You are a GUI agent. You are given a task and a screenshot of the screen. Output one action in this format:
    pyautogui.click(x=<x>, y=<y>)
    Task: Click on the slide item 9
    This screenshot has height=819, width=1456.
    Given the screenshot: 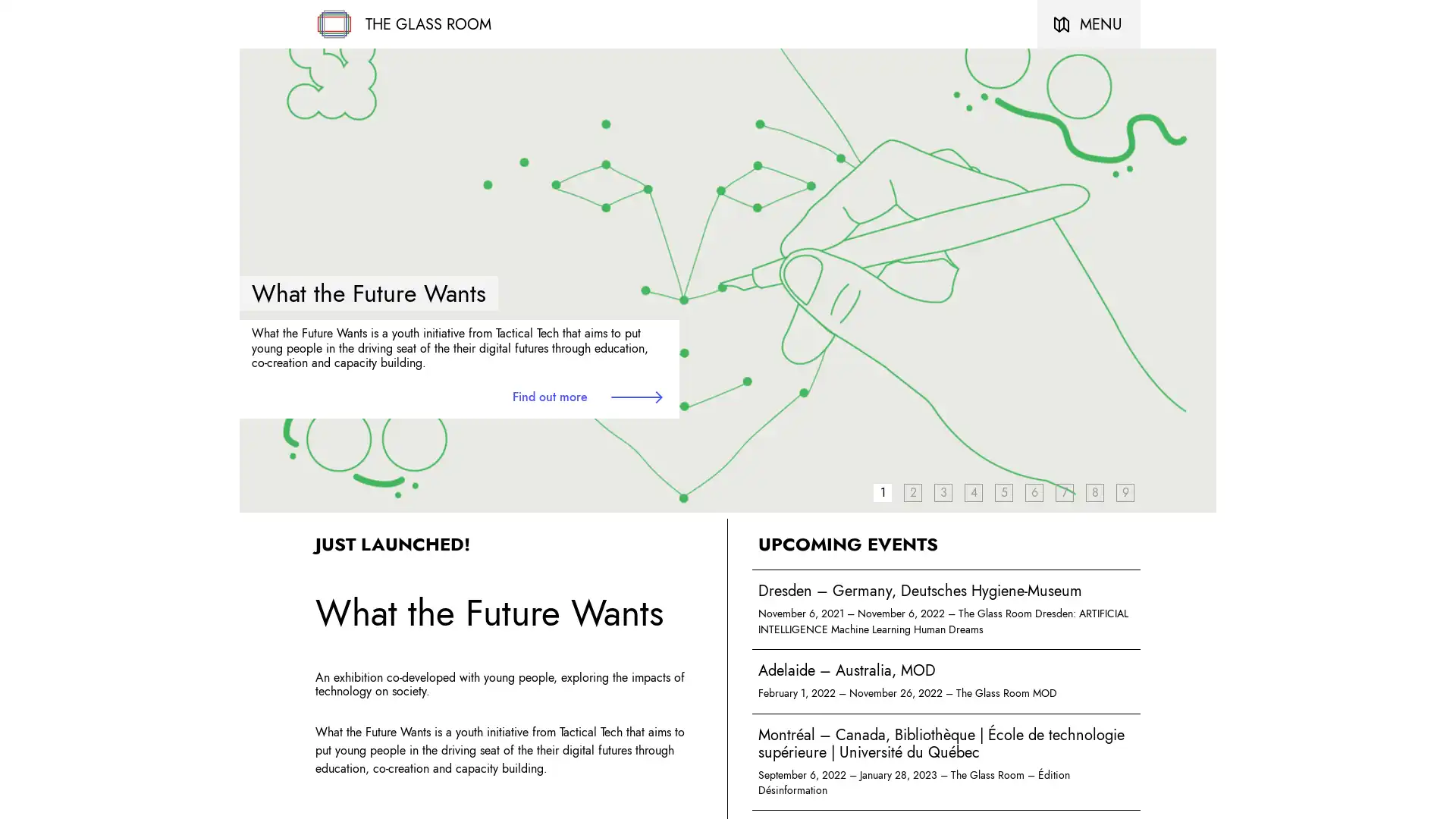 What is the action you would take?
    pyautogui.click(x=1125, y=491)
    